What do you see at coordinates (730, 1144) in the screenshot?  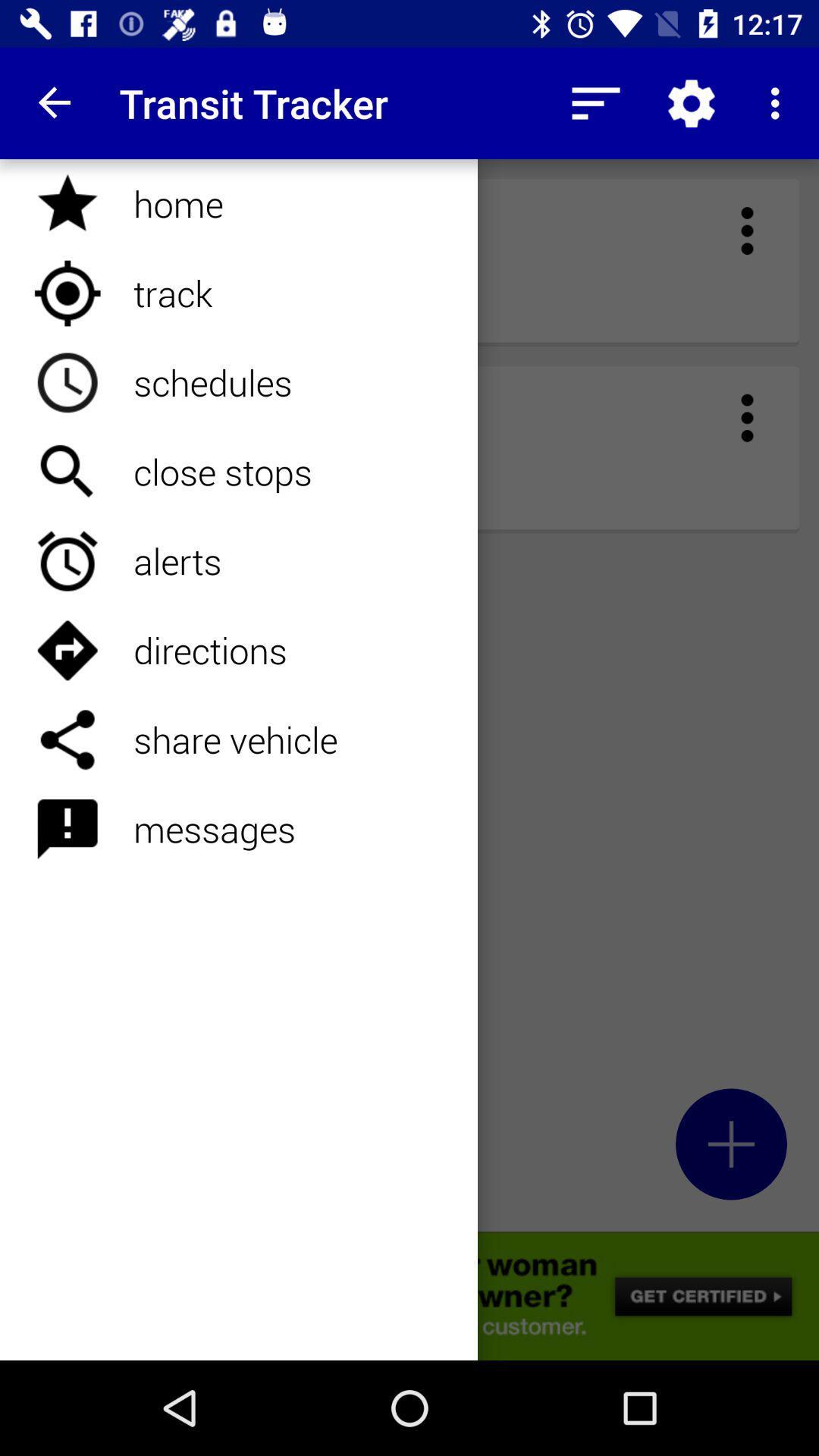 I see `the add icon` at bounding box center [730, 1144].